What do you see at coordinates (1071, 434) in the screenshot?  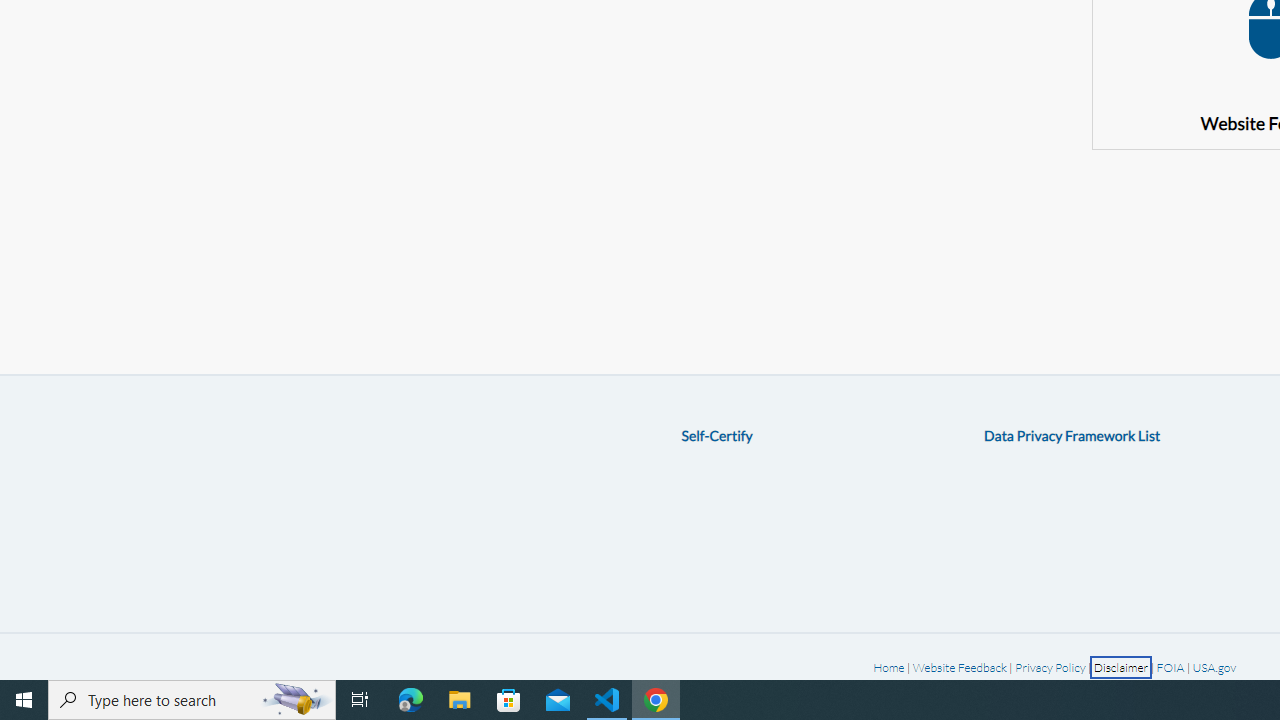 I see `'Data Privacy Framework List'` at bounding box center [1071, 434].